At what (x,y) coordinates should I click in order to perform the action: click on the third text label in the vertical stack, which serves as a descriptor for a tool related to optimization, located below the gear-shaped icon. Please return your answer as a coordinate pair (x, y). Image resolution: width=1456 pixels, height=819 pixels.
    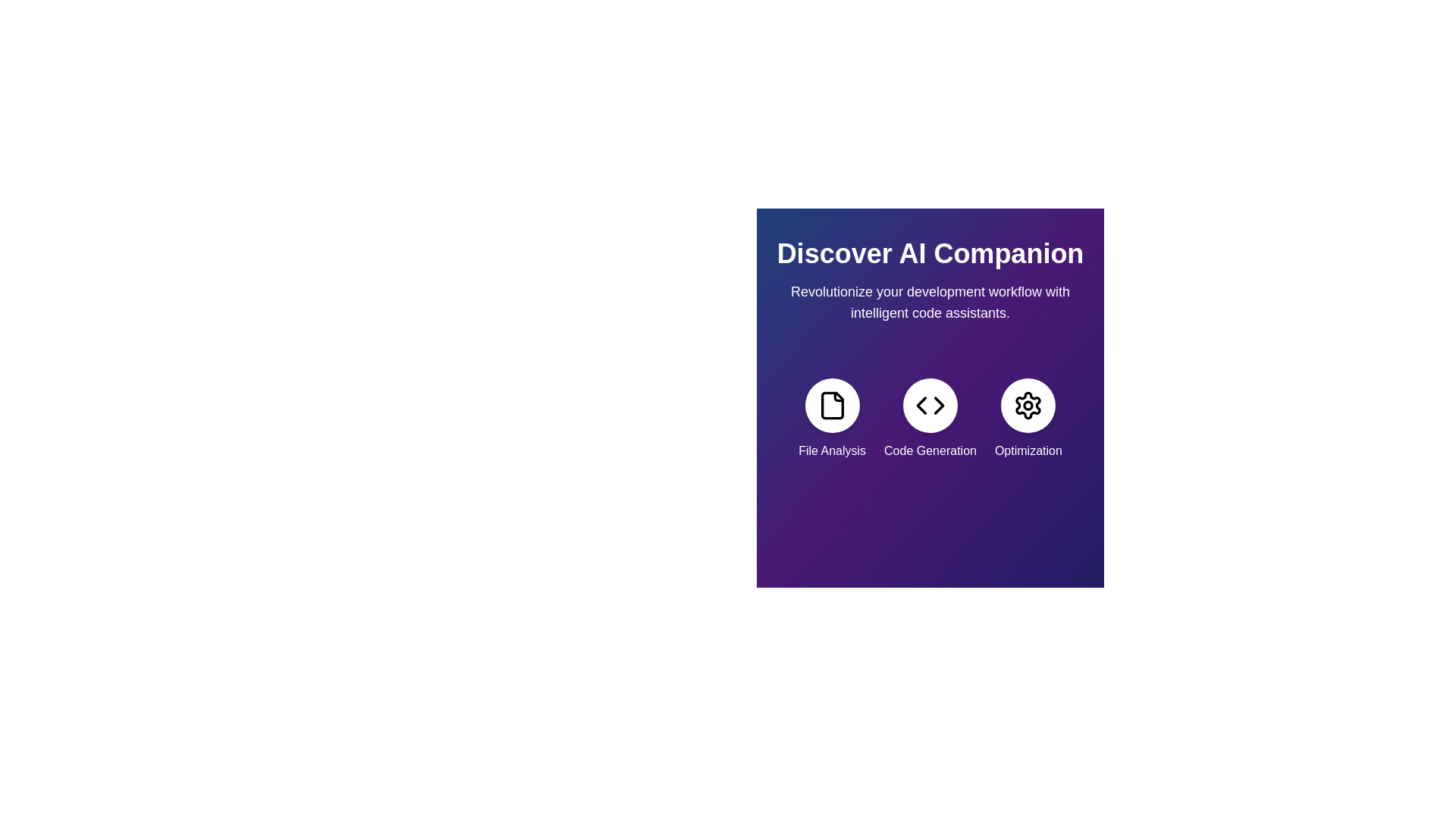
    Looking at the image, I should click on (1028, 450).